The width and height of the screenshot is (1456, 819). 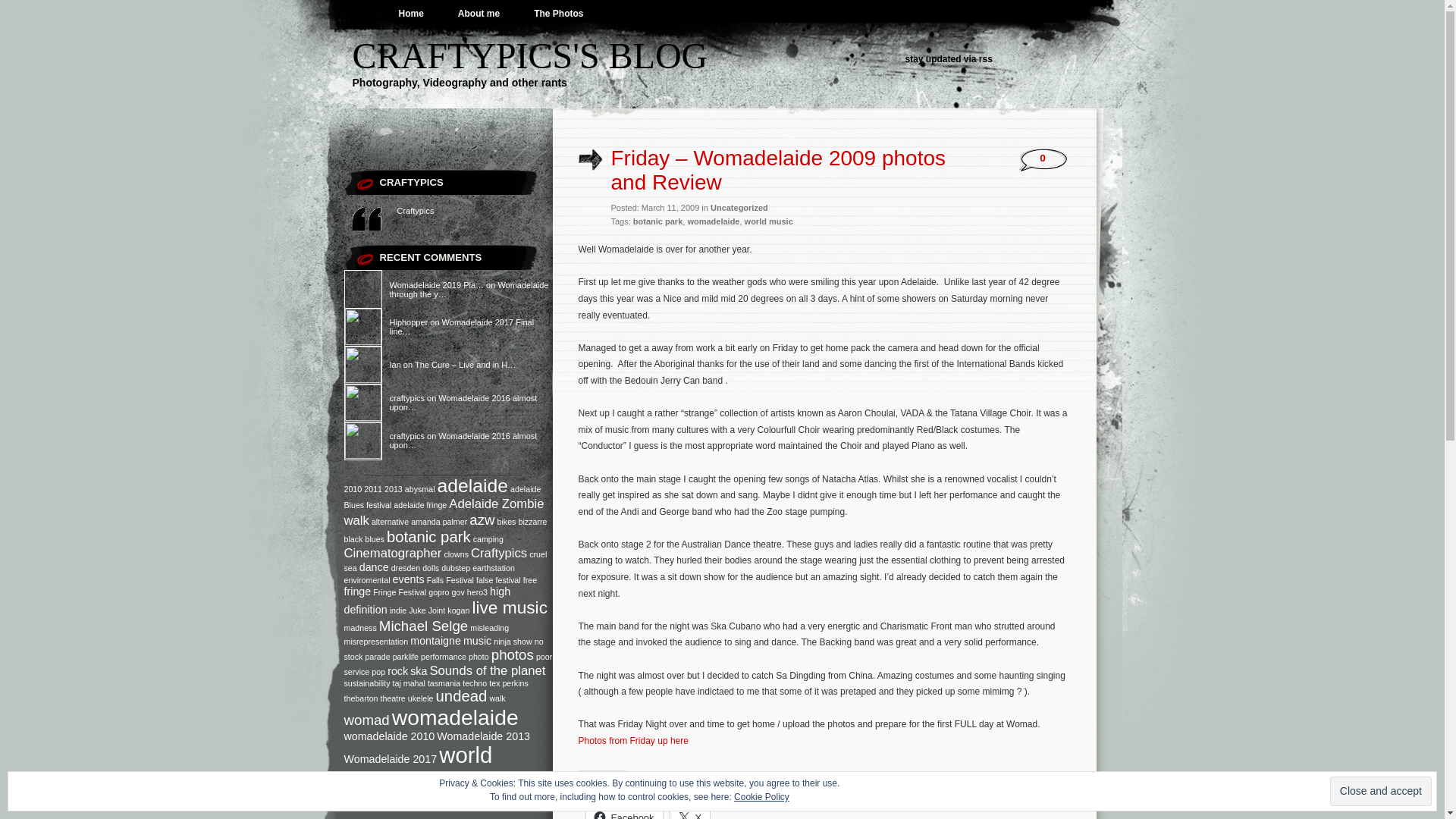 What do you see at coordinates (513, 641) in the screenshot?
I see `'ninja show'` at bounding box center [513, 641].